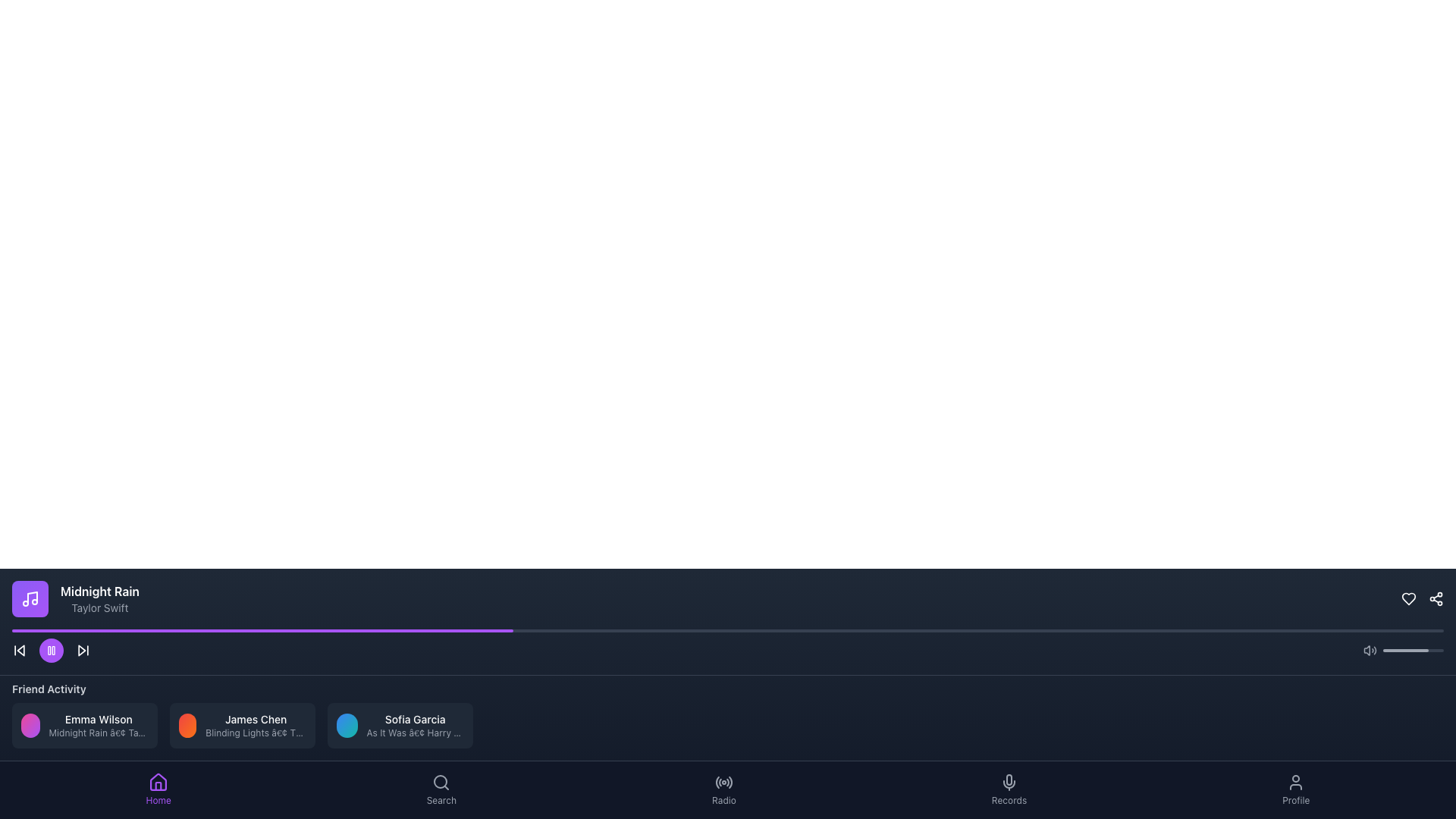  I want to click on the Text Label displaying the title and artist of the song associated with the user 'James Chen' located in the 'Friend Activity' section, so click(256, 733).